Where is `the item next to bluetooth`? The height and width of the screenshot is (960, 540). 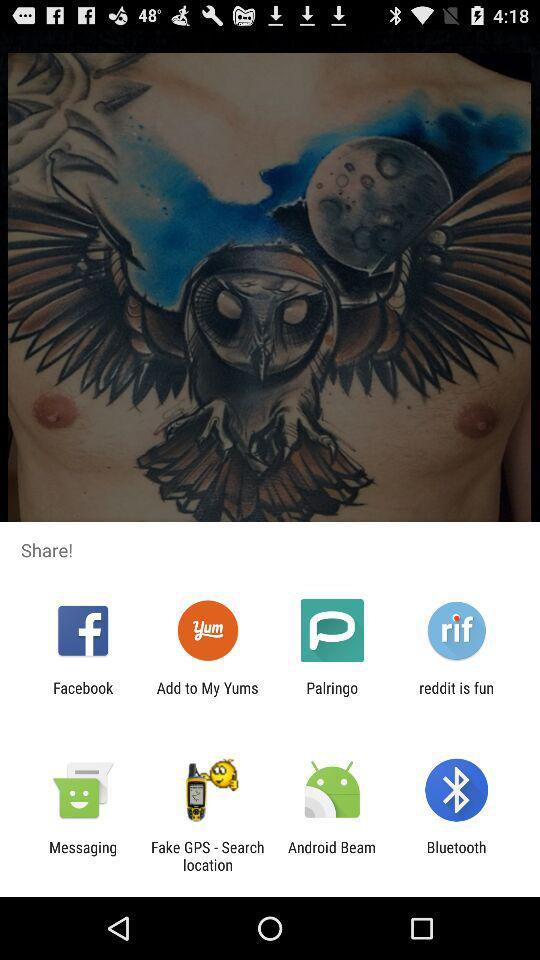
the item next to bluetooth is located at coordinates (332, 855).